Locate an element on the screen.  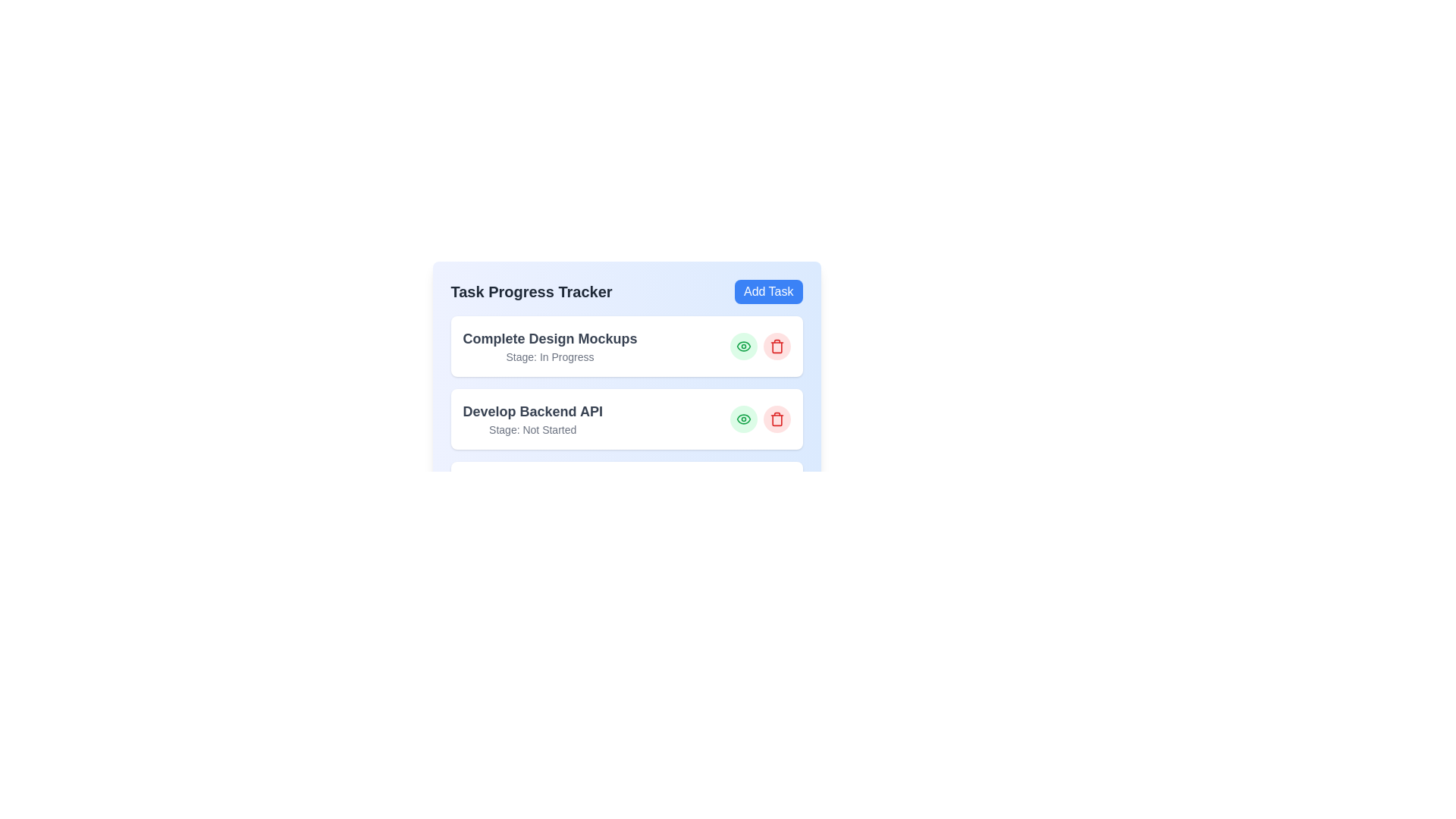
'Eye' button for the task 'Complete Design Mockups' is located at coordinates (743, 346).